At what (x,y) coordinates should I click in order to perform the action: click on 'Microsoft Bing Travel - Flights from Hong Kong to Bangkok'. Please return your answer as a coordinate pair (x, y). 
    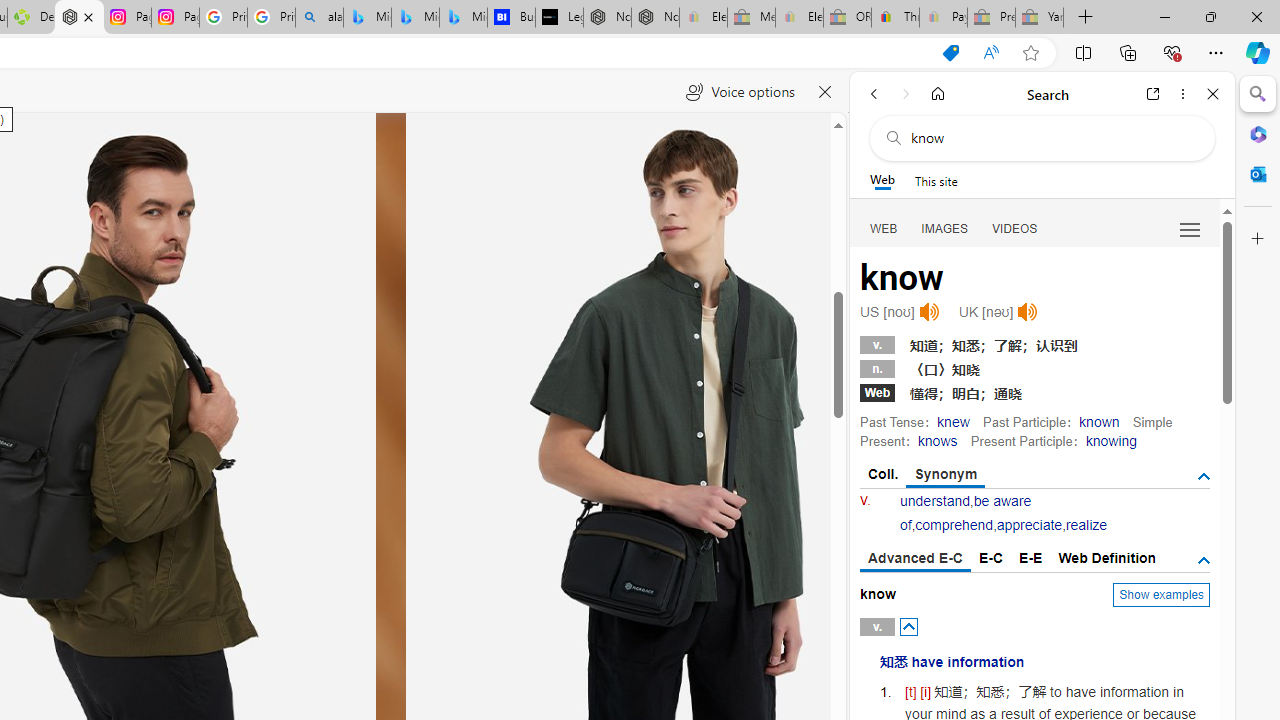
    Looking at the image, I should click on (367, 17).